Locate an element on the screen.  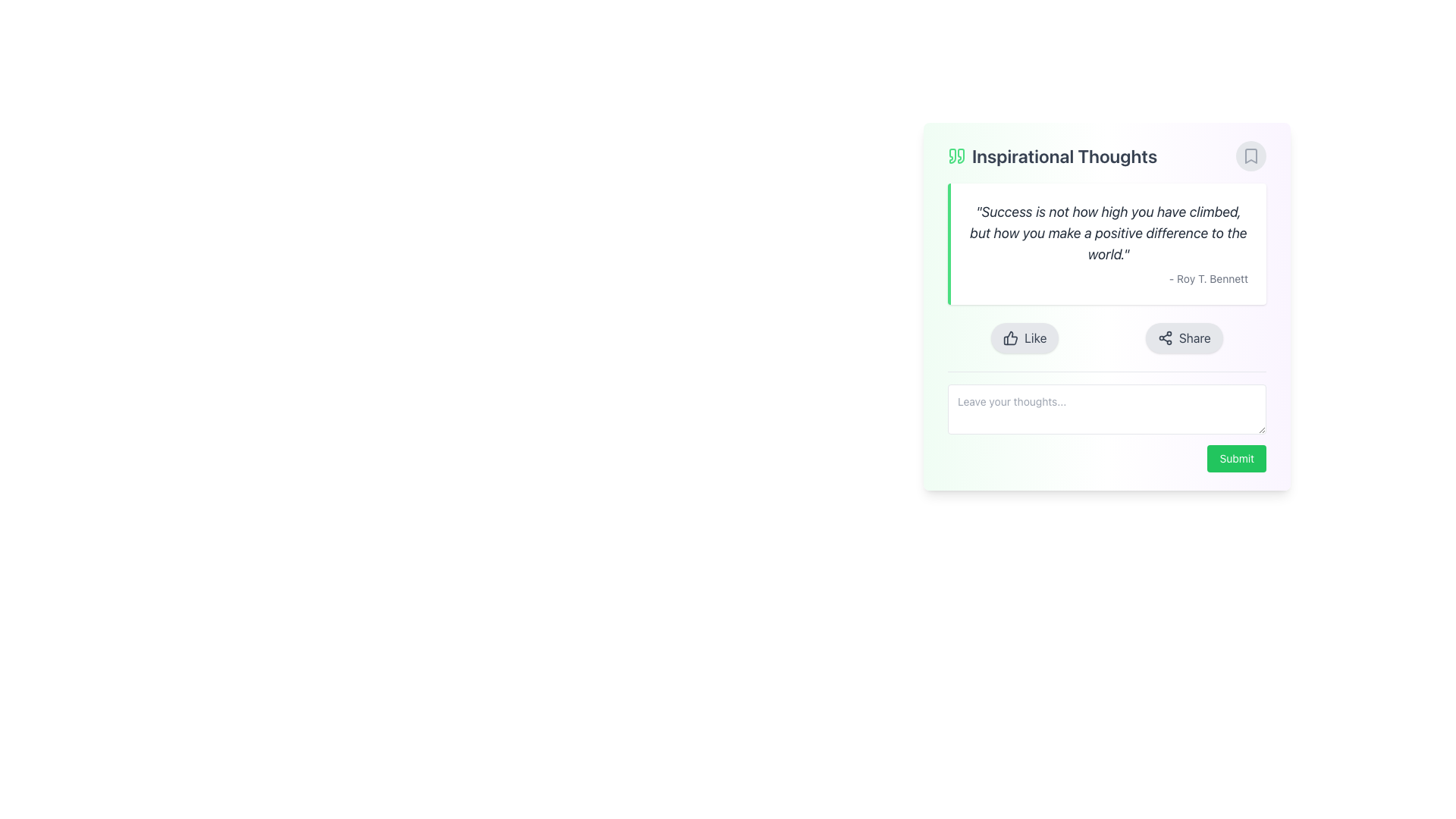
the bookmark icon located at the far right of the title 'Inspirational Thoughts' is located at coordinates (1251, 155).